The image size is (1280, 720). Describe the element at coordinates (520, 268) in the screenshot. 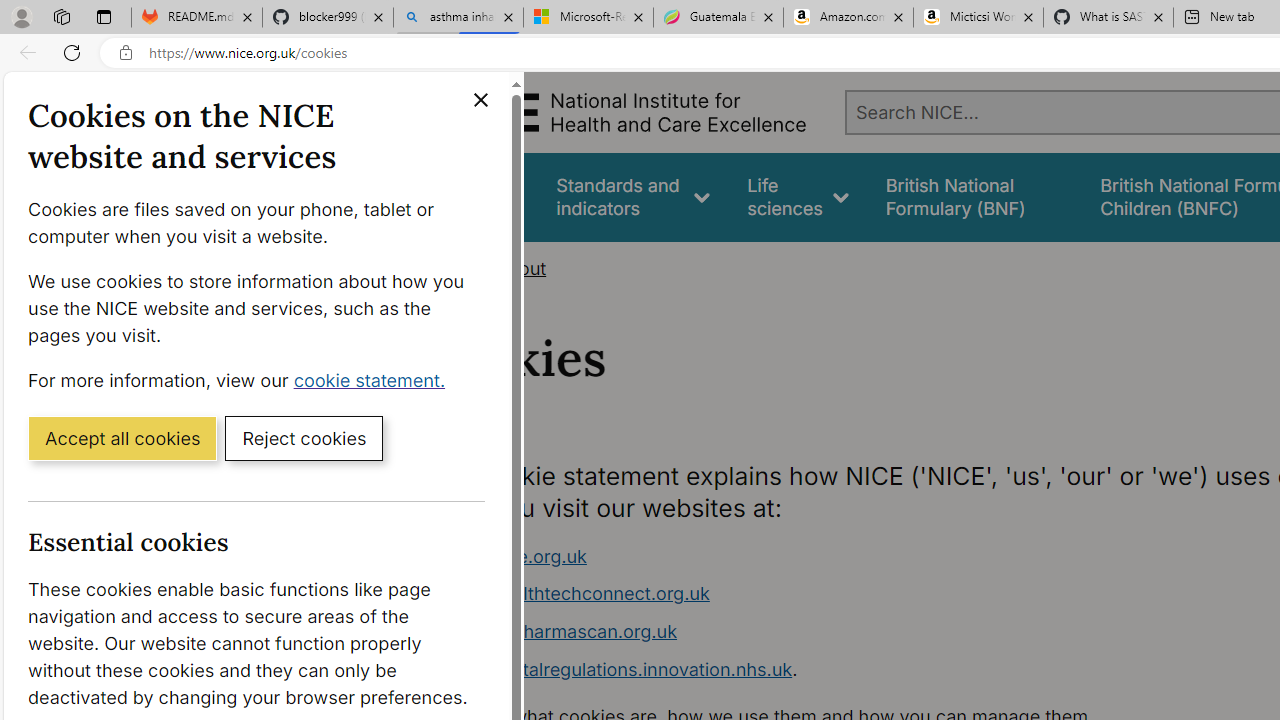

I see `'About'` at that location.